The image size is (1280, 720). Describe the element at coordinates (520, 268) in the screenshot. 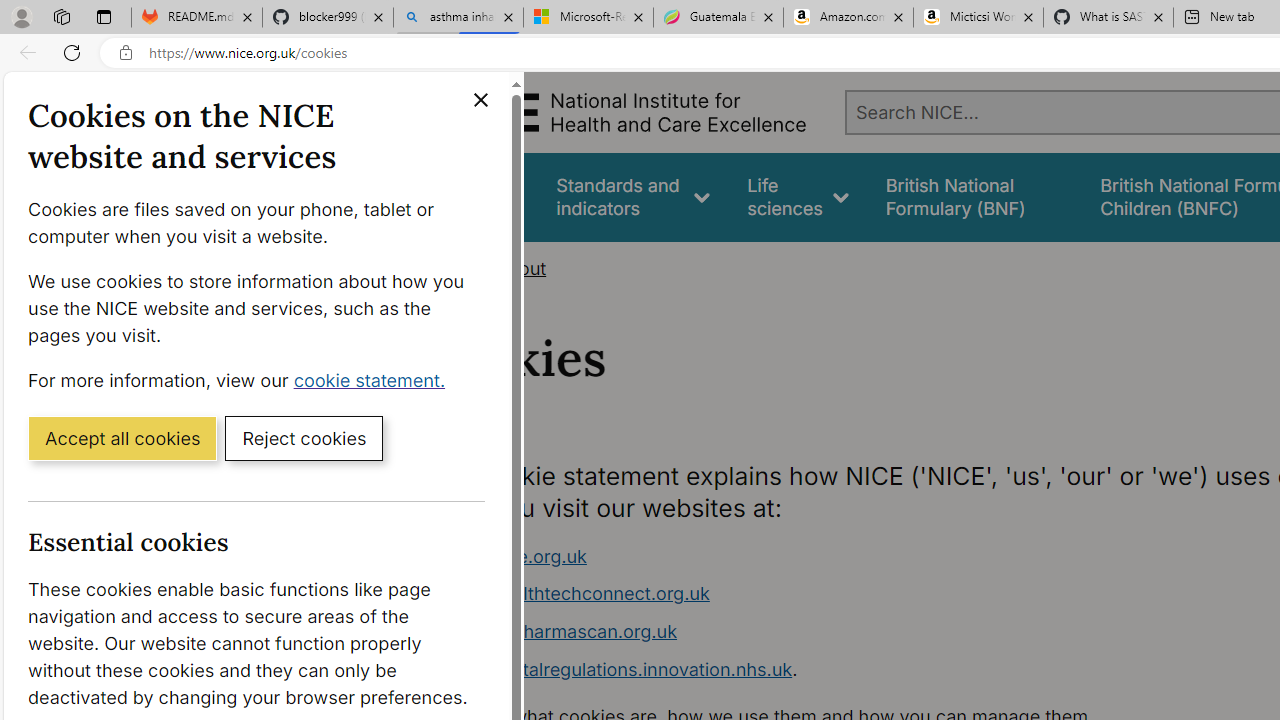

I see `'About'` at that location.